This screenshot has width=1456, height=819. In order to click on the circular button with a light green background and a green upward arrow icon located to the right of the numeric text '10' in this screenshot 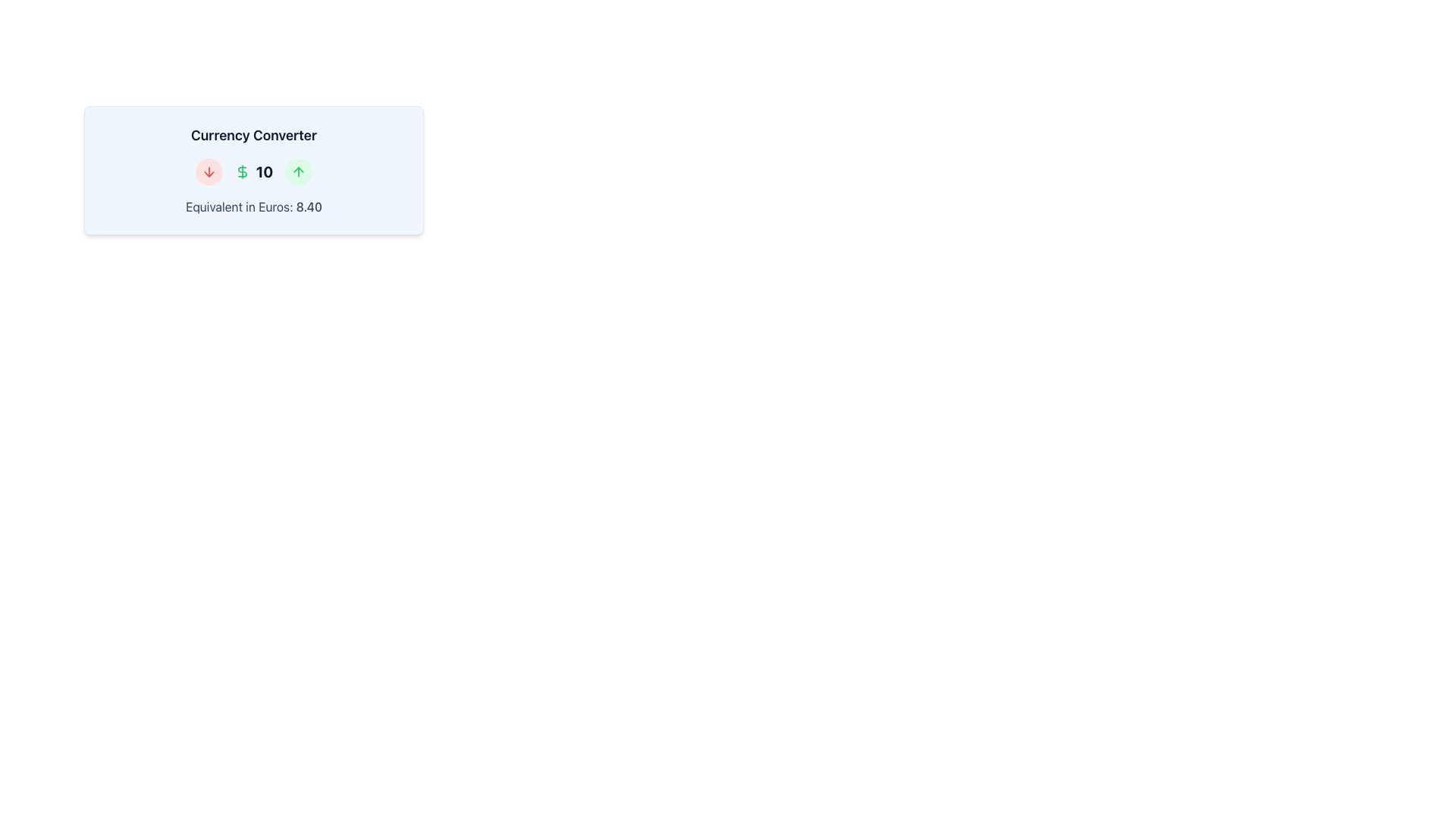, I will do `click(299, 171)`.